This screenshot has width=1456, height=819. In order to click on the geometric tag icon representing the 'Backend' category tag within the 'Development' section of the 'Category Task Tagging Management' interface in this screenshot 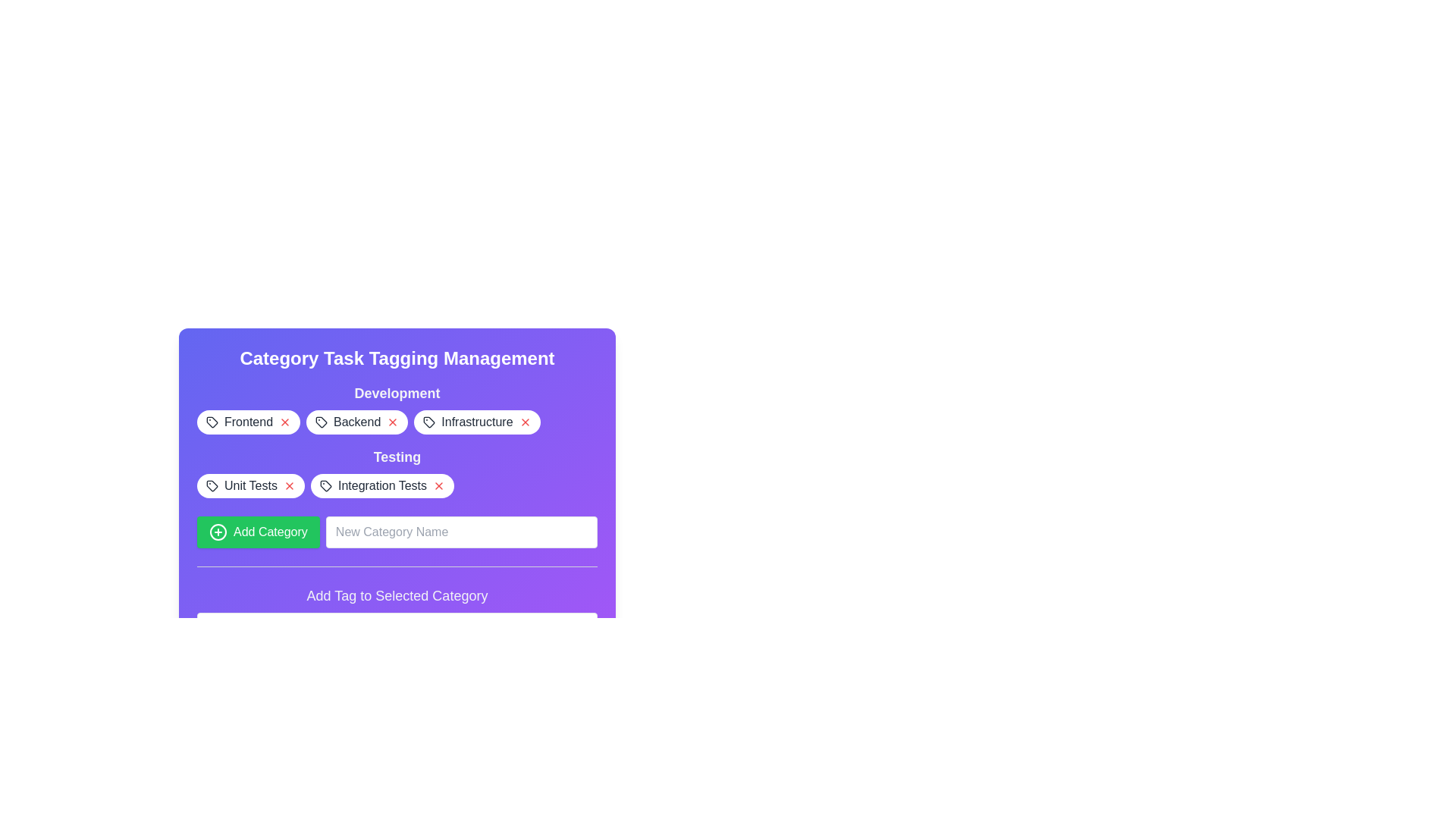, I will do `click(321, 422)`.